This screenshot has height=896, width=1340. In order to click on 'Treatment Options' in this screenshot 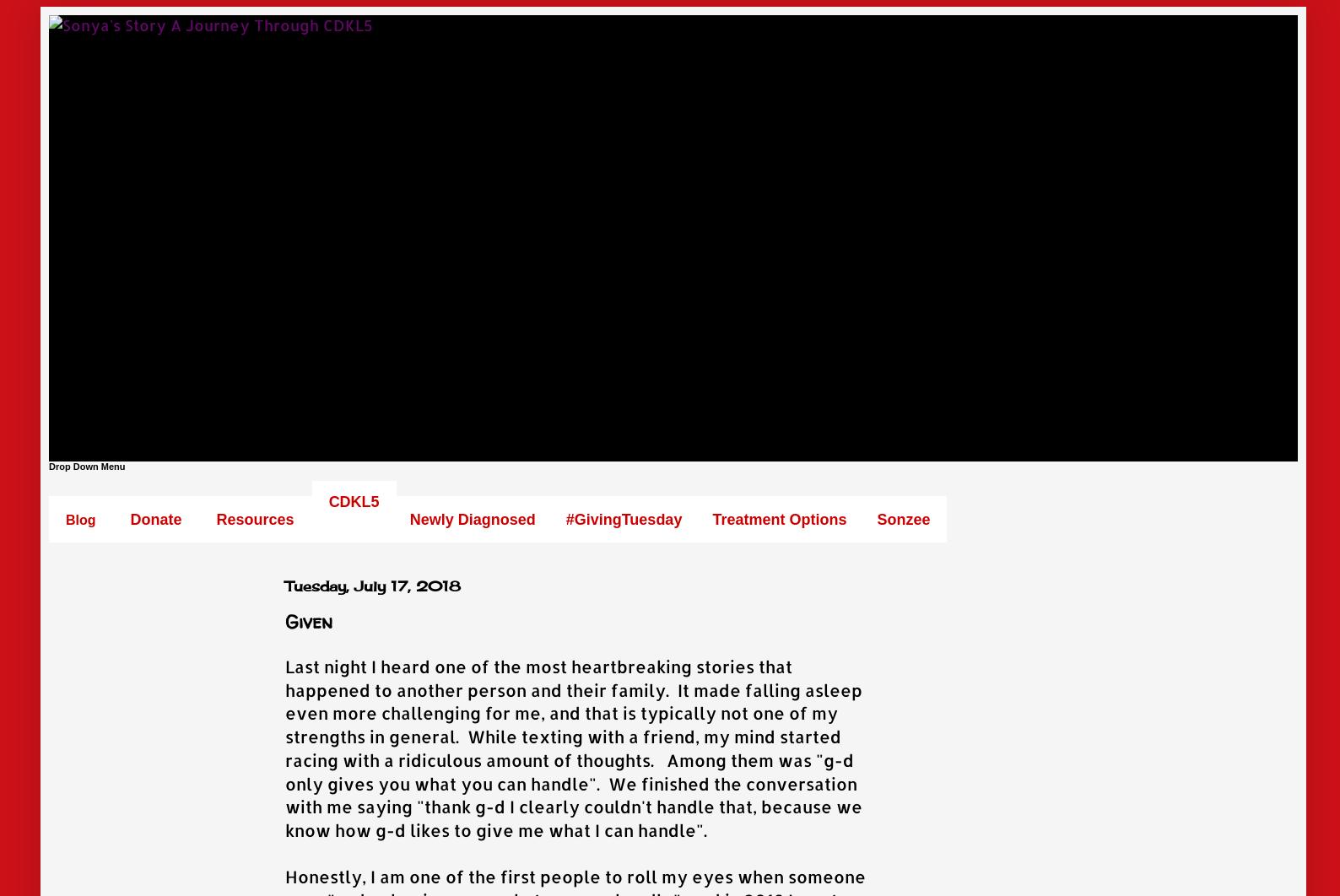, I will do `click(778, 519)`.